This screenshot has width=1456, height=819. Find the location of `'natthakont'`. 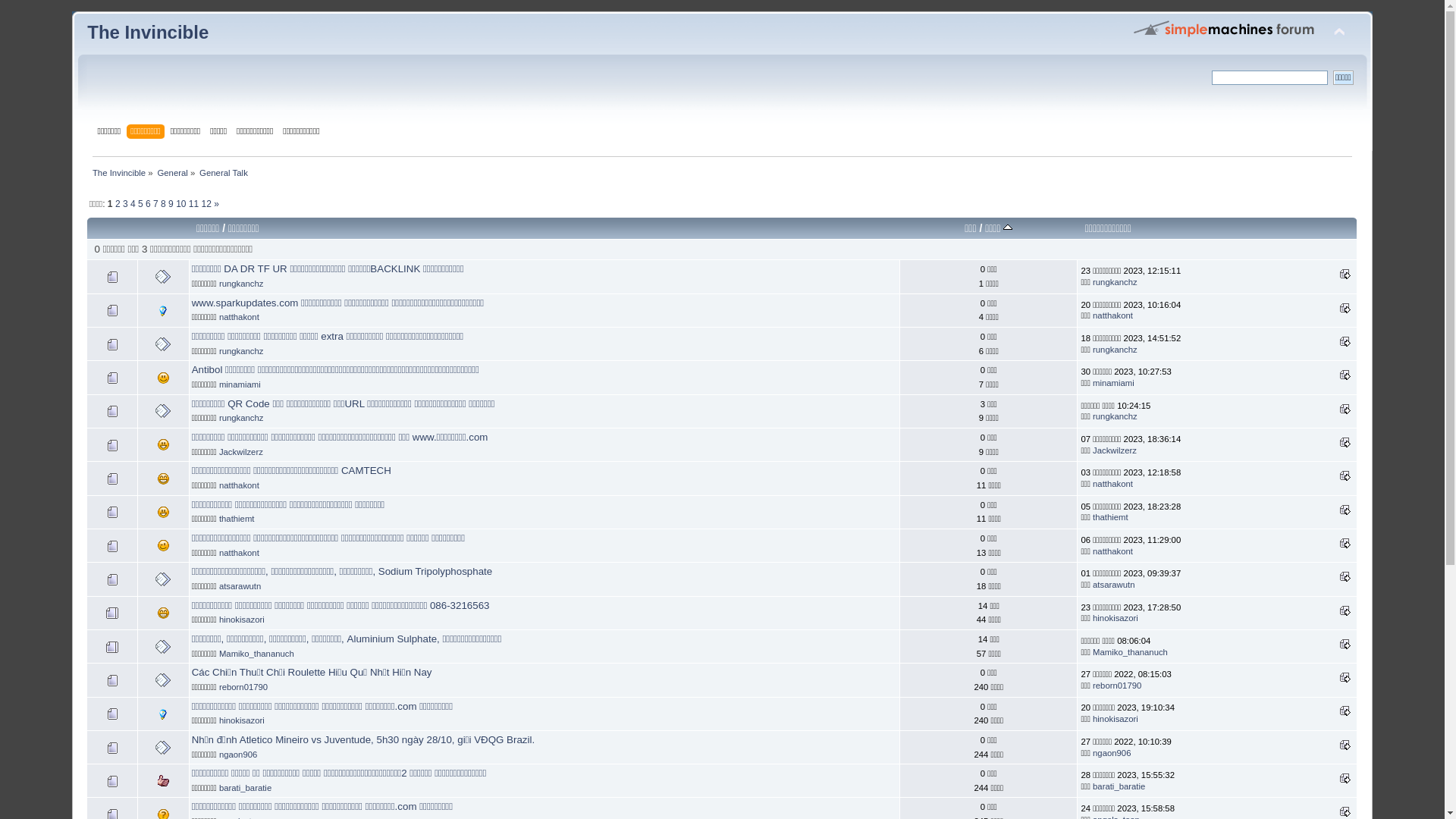

'natthakont' is located at coordinates (1092, 483).